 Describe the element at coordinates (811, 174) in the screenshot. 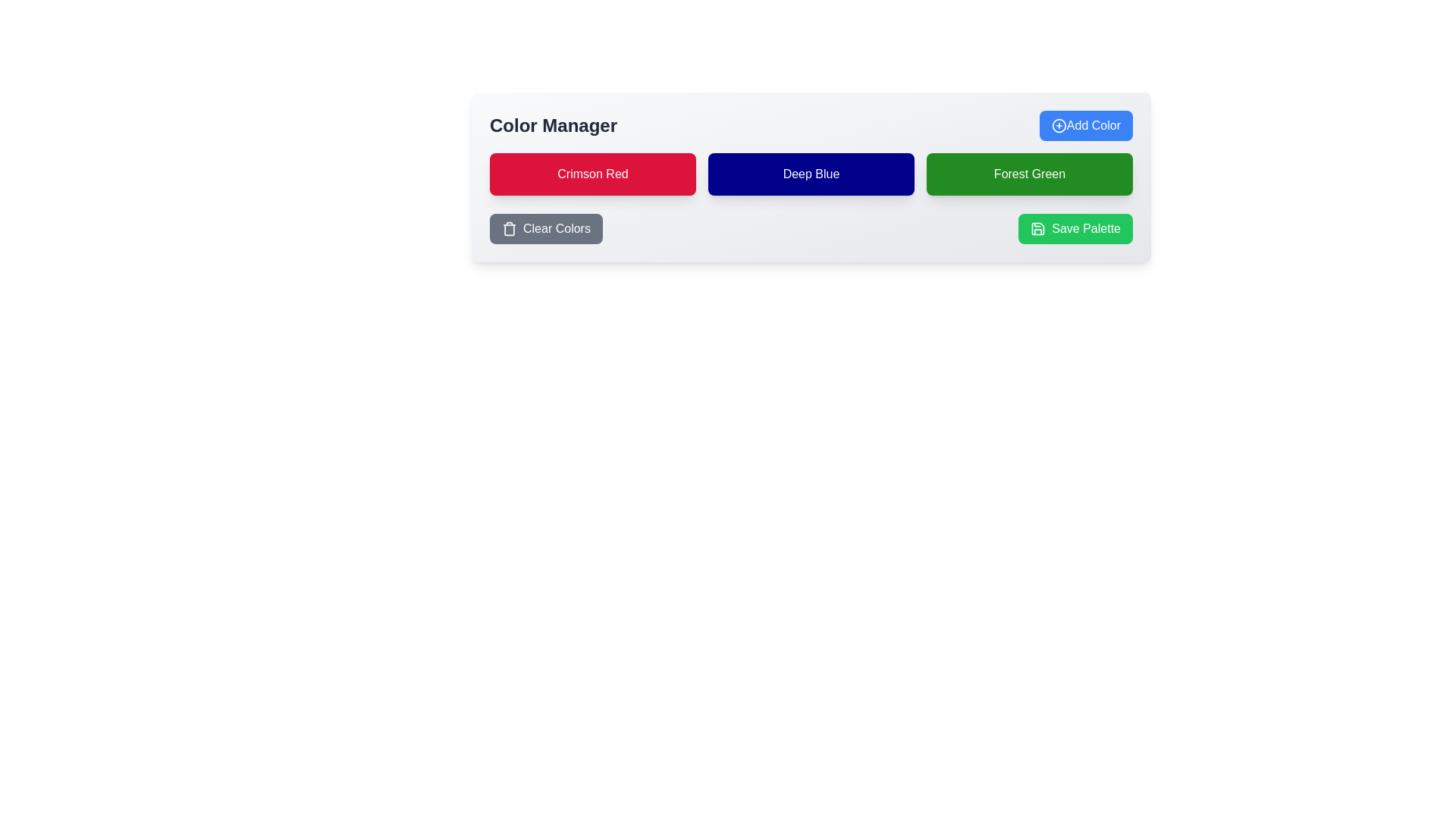

I see `the middle color block representing 'Deep Blue' in the color palette management interface, located in the 'Color Manager' section` at that location.